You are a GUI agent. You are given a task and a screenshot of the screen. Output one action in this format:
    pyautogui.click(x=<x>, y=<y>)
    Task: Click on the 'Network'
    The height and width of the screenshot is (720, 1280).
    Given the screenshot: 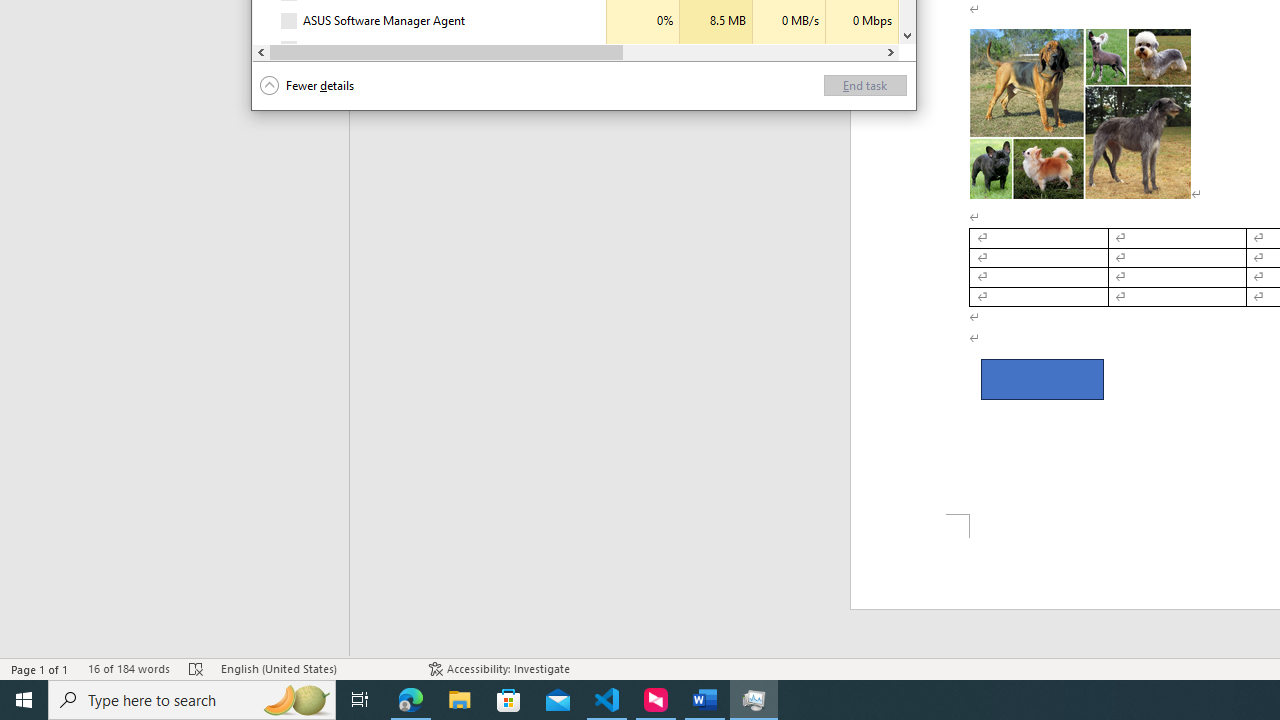 What is the action you would take?
    pyautogui.click(x=862, y=48)
    